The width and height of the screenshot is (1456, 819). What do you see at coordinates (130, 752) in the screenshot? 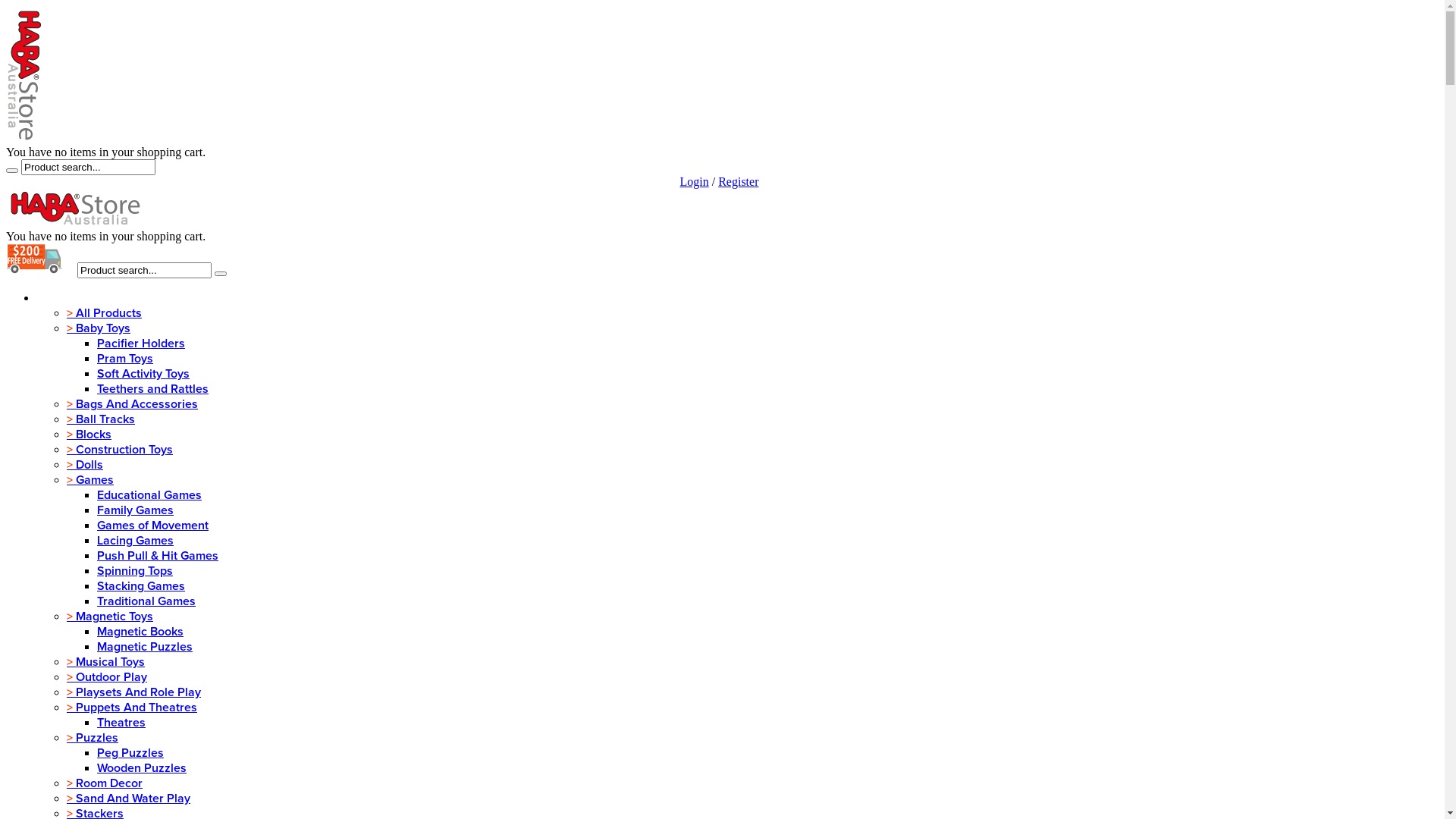
I see `'Peg Puzzles'` at bounding box center [130, 752].